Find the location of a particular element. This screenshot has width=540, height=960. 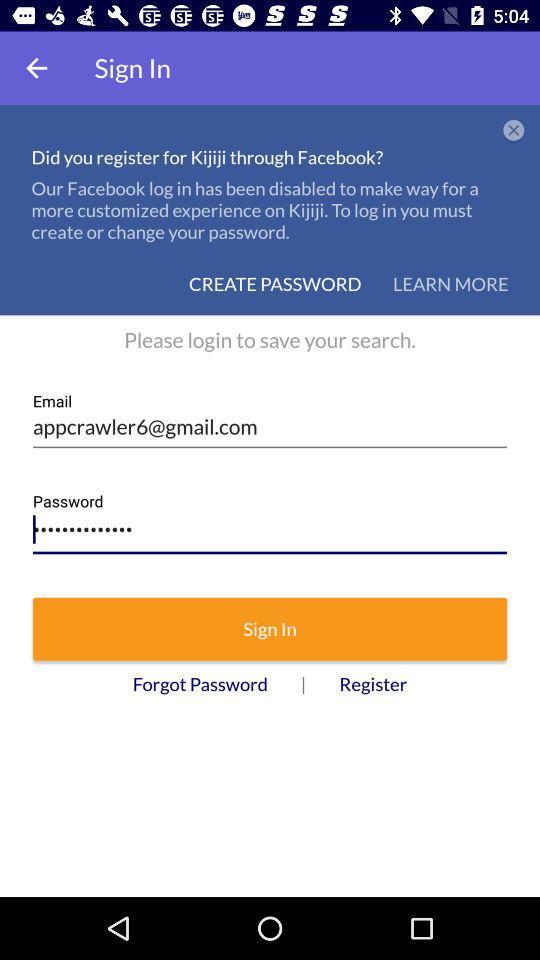

item to the left of sign in is located at coordinates (36, 68).